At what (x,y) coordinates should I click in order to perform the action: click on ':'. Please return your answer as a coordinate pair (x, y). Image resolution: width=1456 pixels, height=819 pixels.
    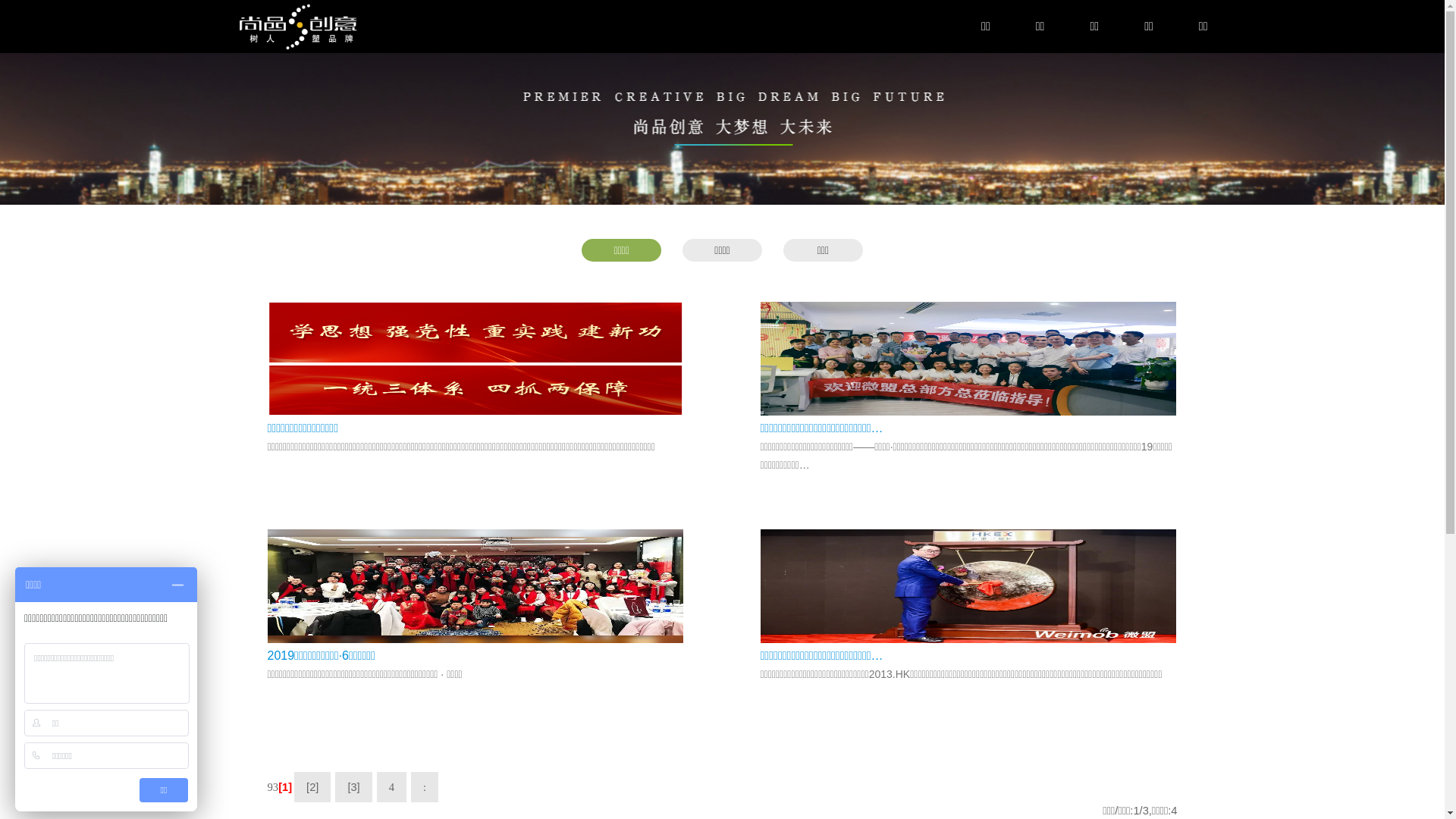
    Looking at the image, I should click on (425, 786).